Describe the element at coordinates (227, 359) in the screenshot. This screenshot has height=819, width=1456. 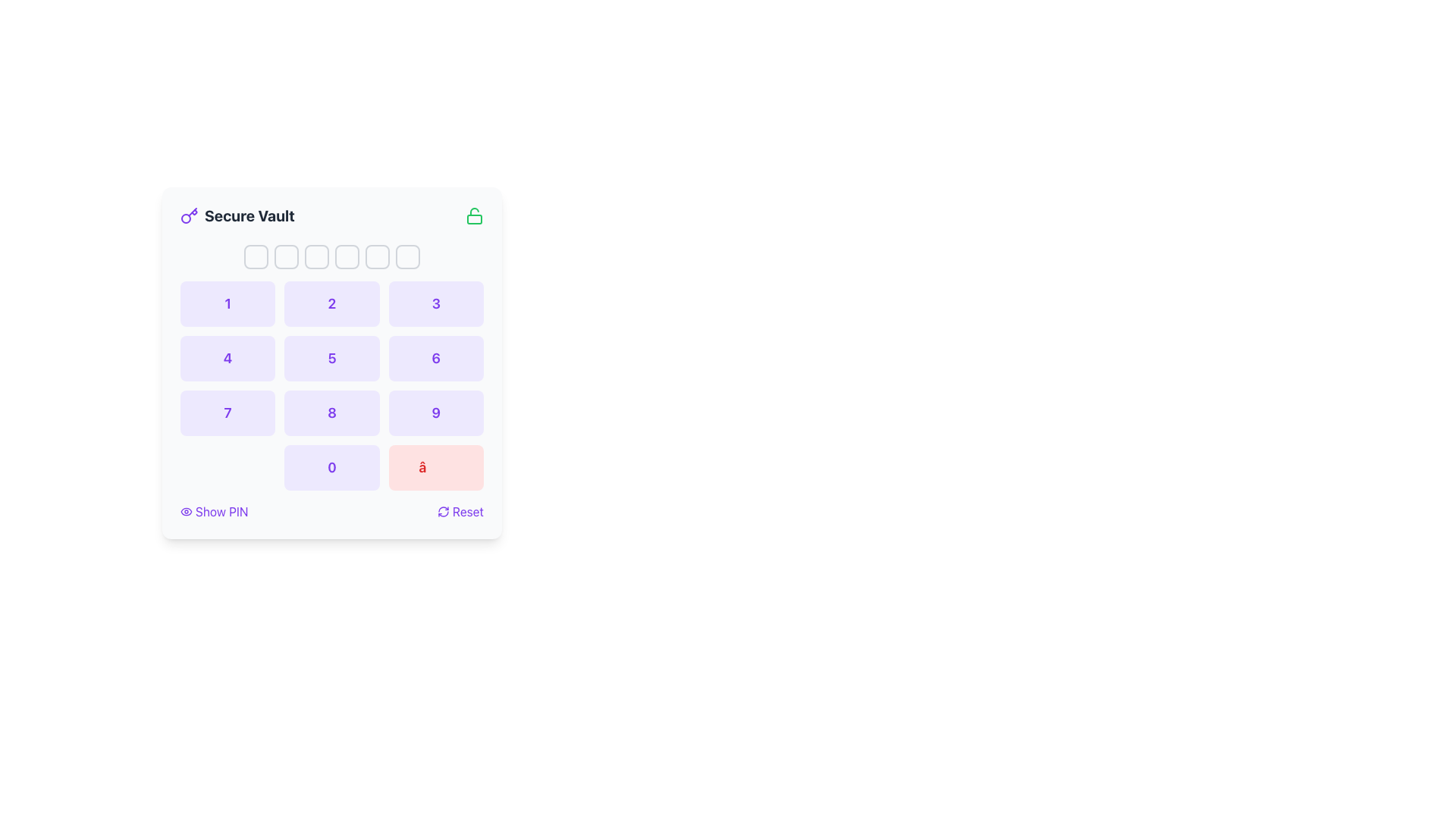
I see `the button with the number '4', which is styled with a rounded rectangle shape and a violet background` at that location.